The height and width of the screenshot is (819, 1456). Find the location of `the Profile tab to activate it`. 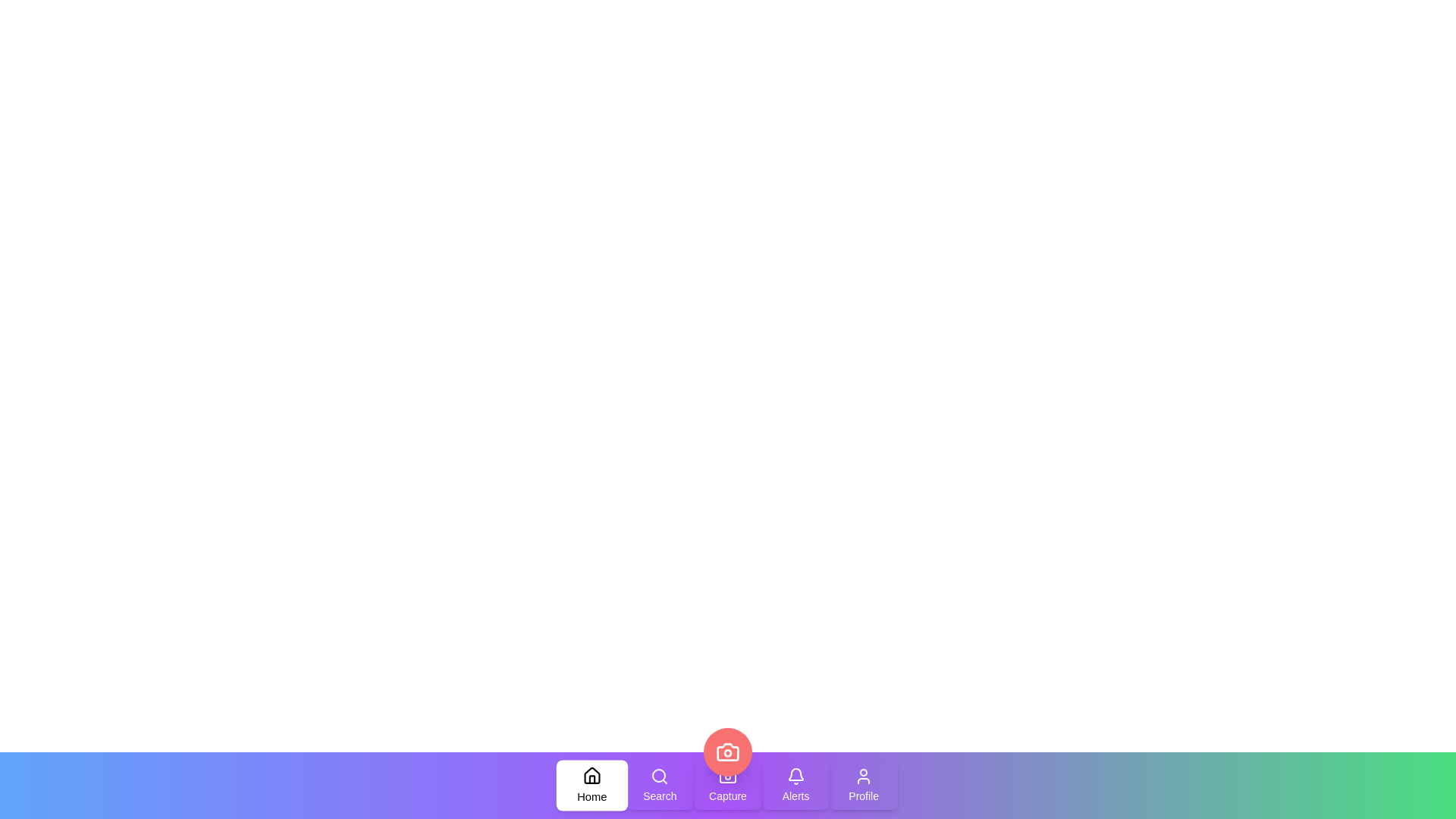

the Profile tab to activate it is located at coordinates (864, 785).